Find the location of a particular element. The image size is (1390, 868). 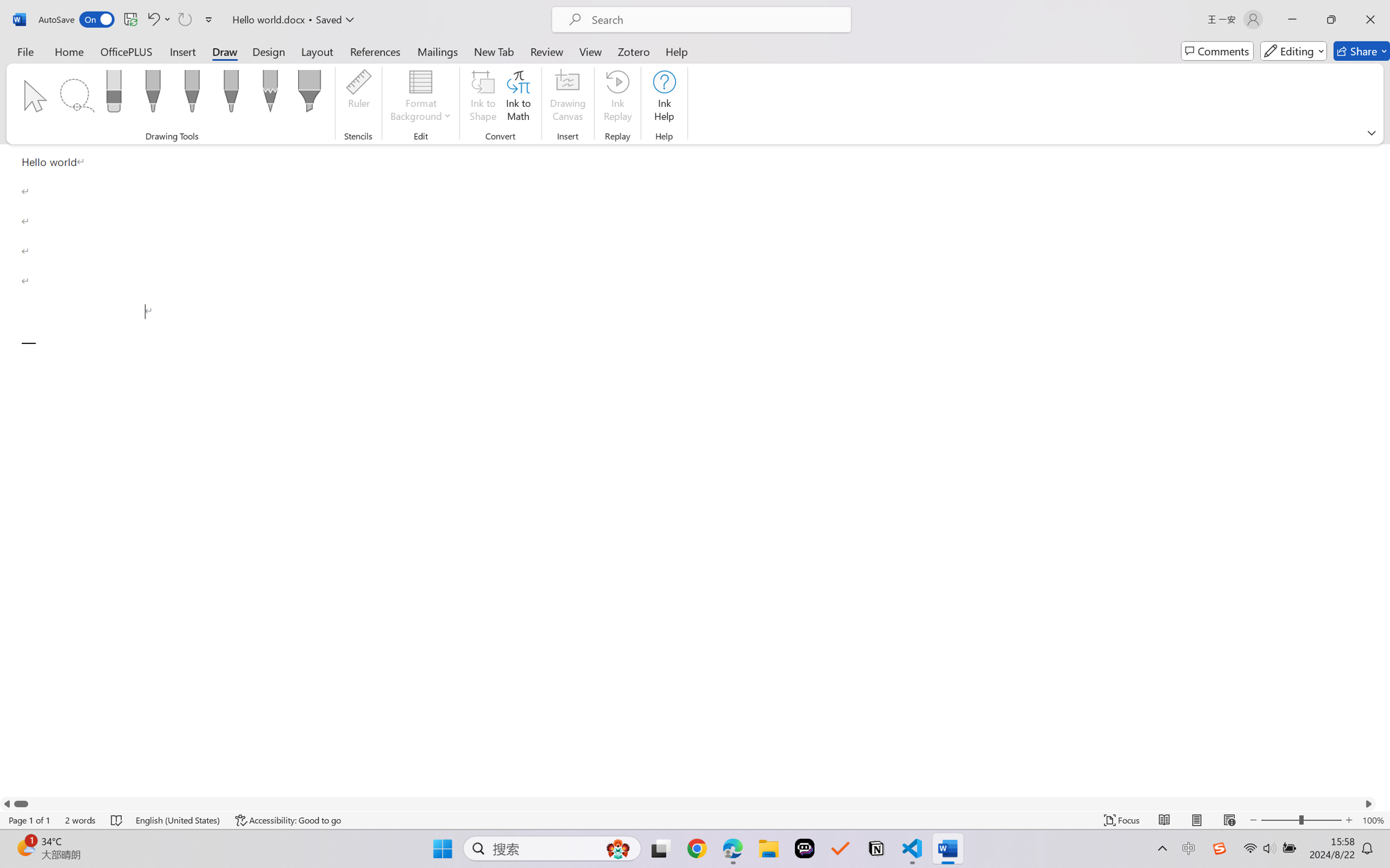

'Quick Access Toolbar' is located at coordinates (128, 19).